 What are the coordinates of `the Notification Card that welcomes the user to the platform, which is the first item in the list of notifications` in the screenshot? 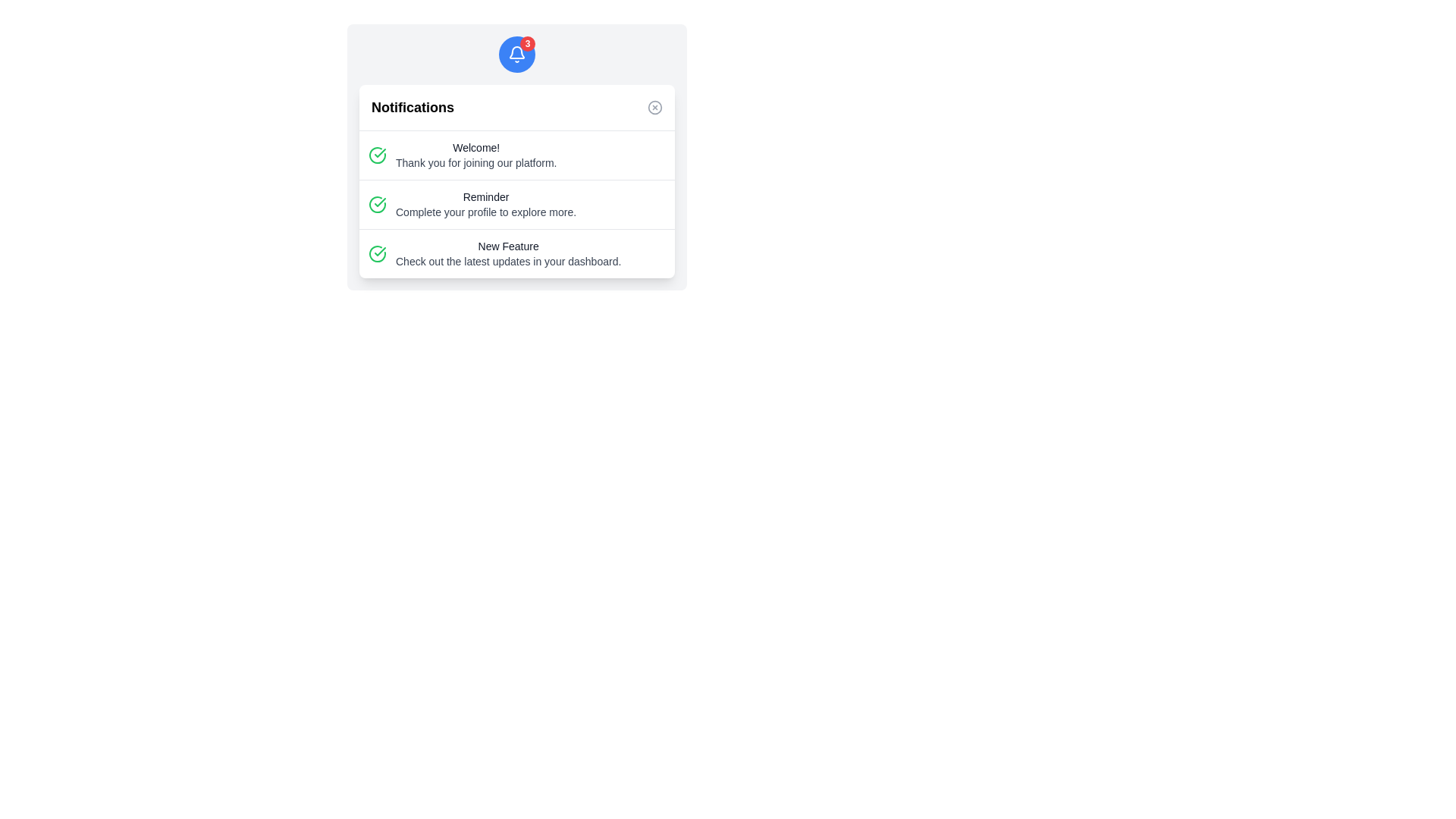 It's located at (516, 155).